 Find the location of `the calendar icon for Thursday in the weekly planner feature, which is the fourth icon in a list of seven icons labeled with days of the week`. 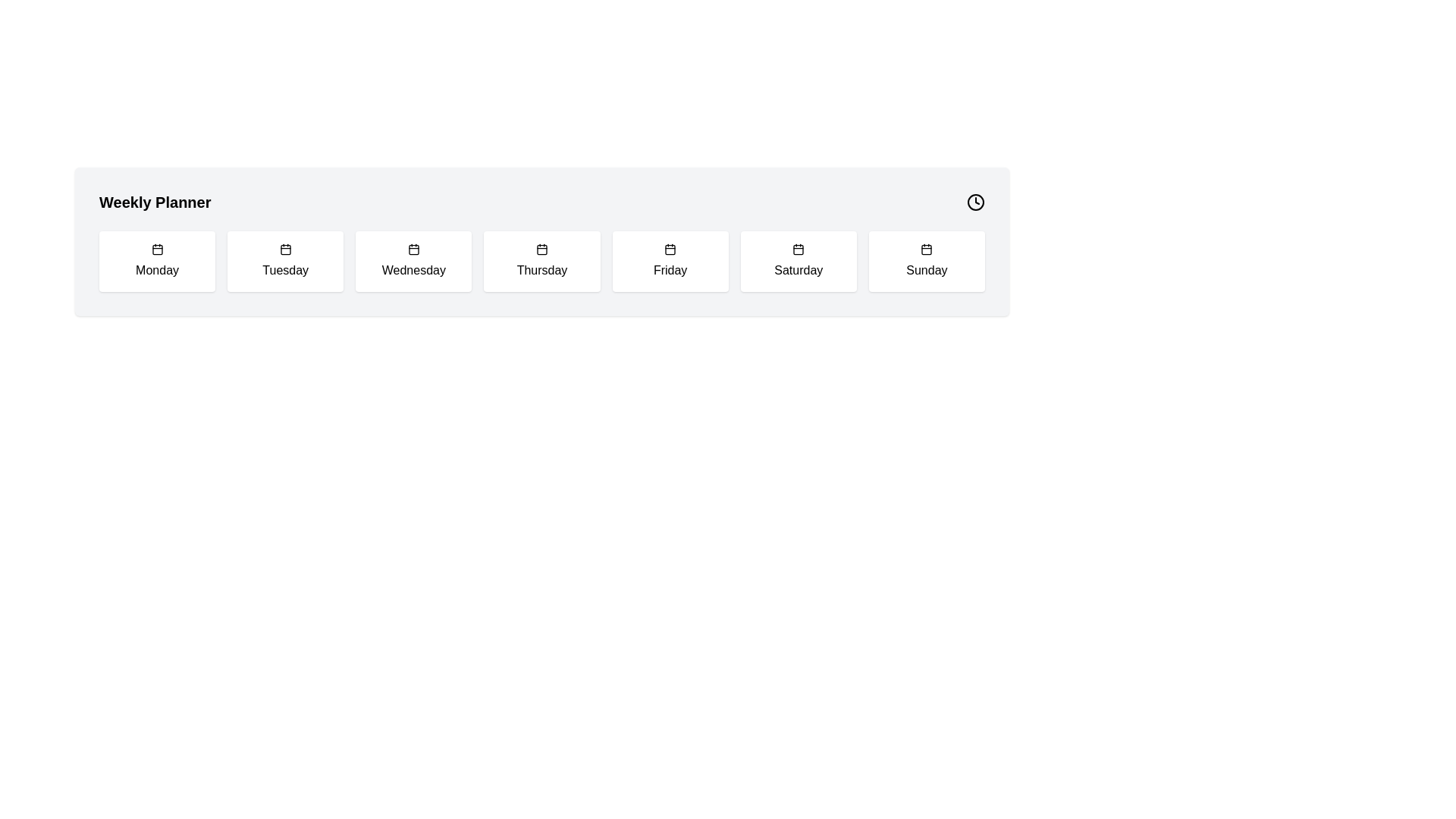

the calendar icon for Thursday in the weekly planner feature, which is the fourth icon in a list of seven icons labeled with days of the week is located at coordinates (542, 248).